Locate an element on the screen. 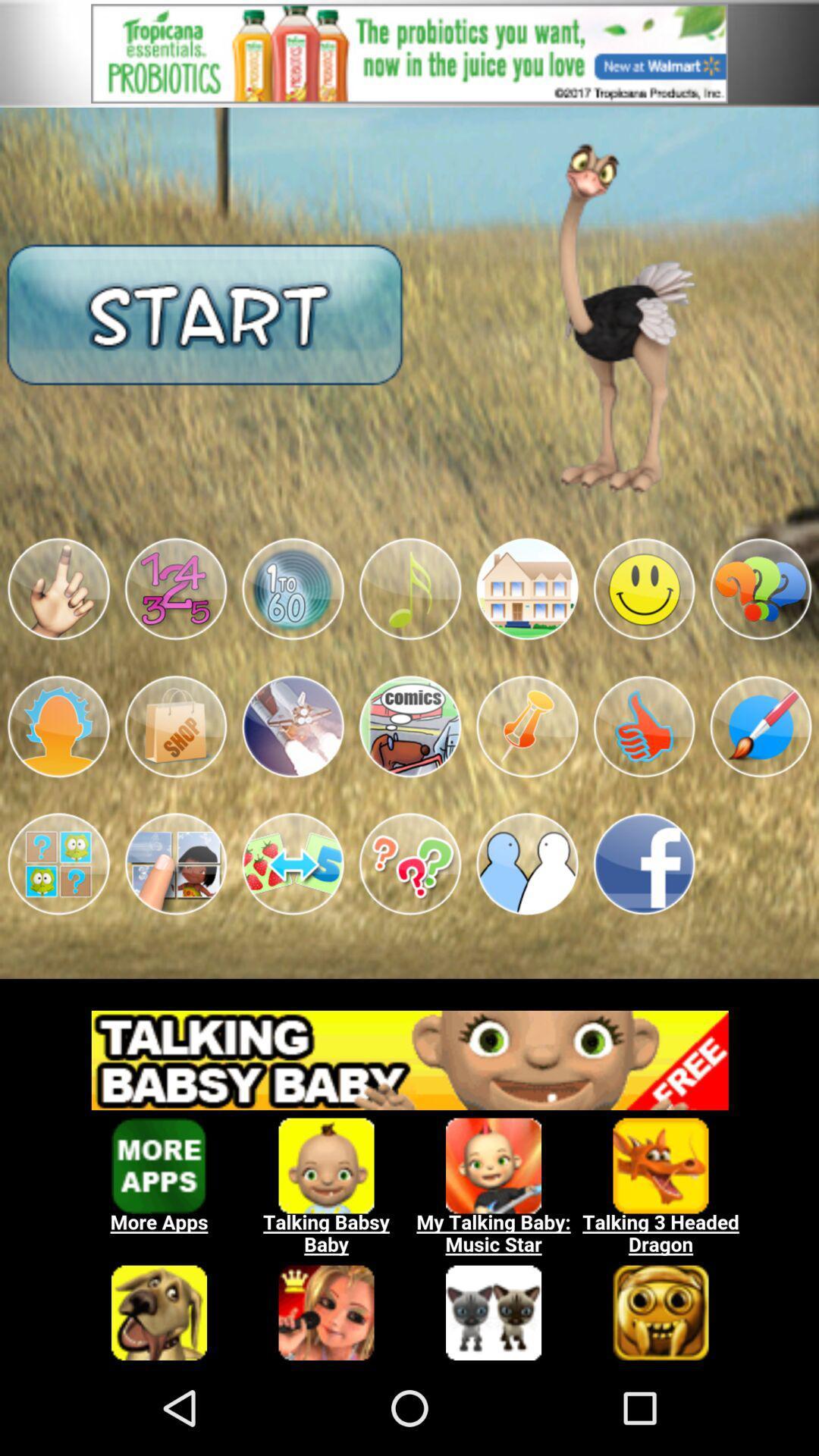  open image is located at coordinates (526, 588).